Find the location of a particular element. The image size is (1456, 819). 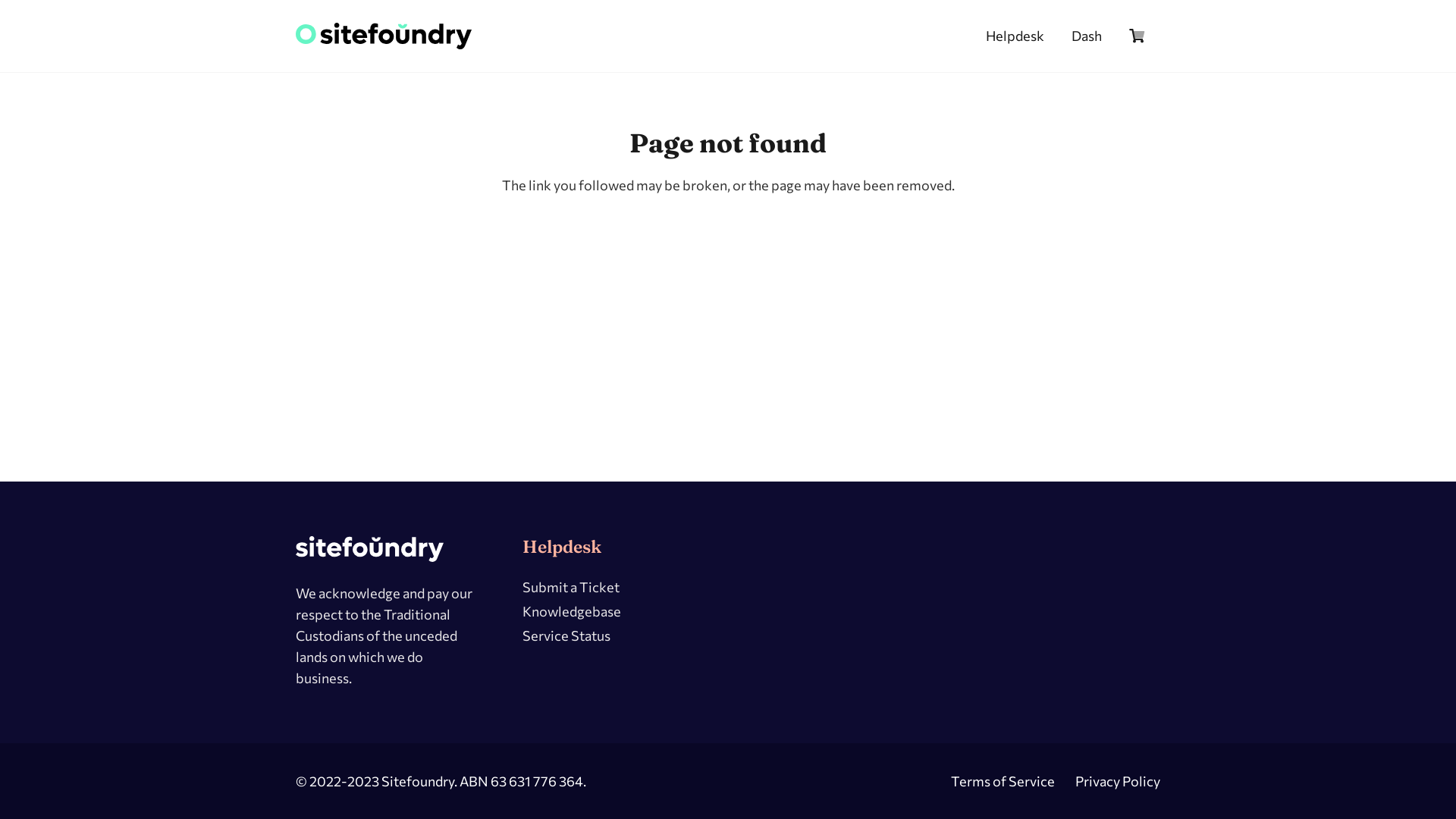

'Terms of Service' is located at coordinates (1003, 780).